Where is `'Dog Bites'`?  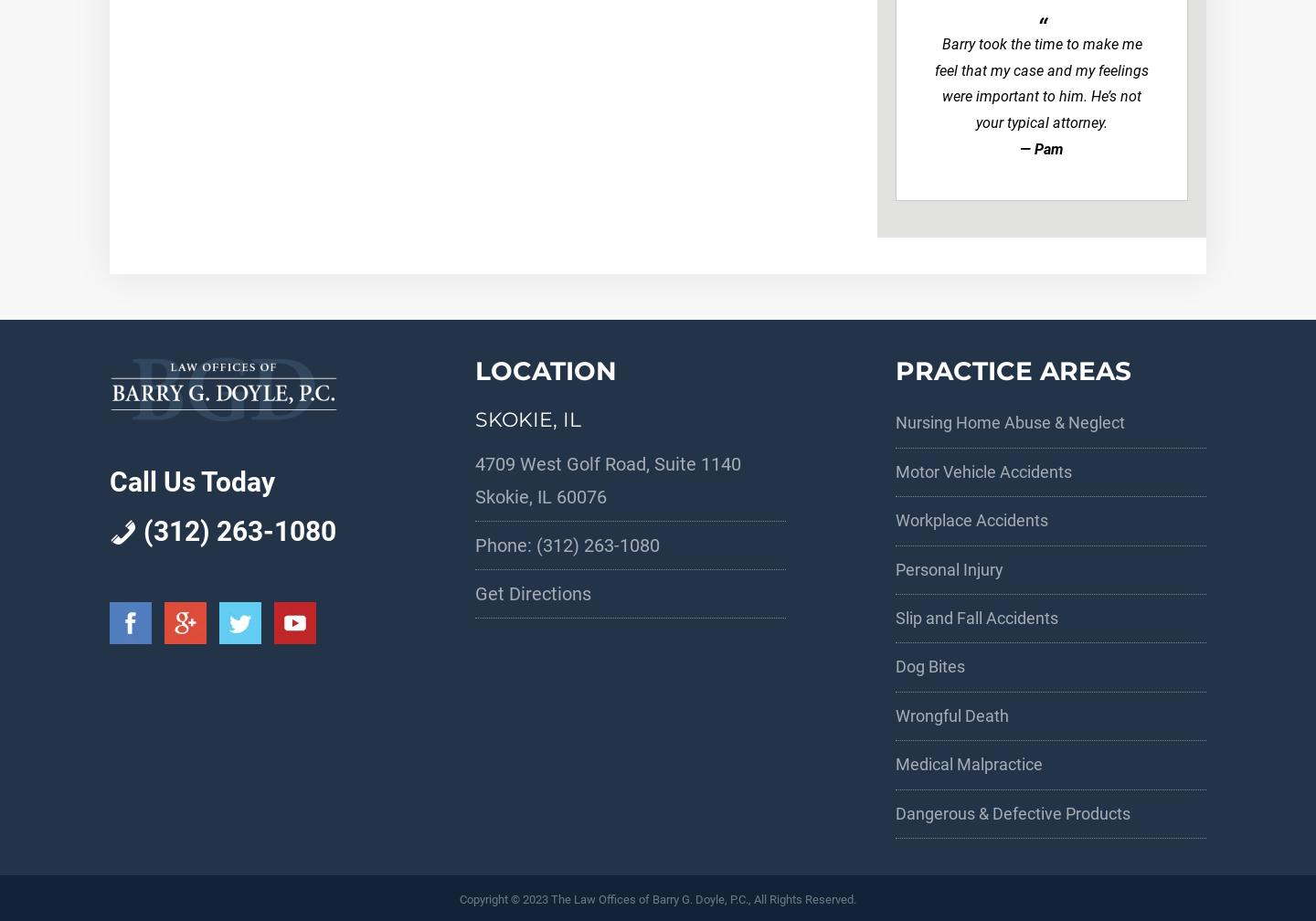 'Dog Bites' is located at coordinates (929, 666).